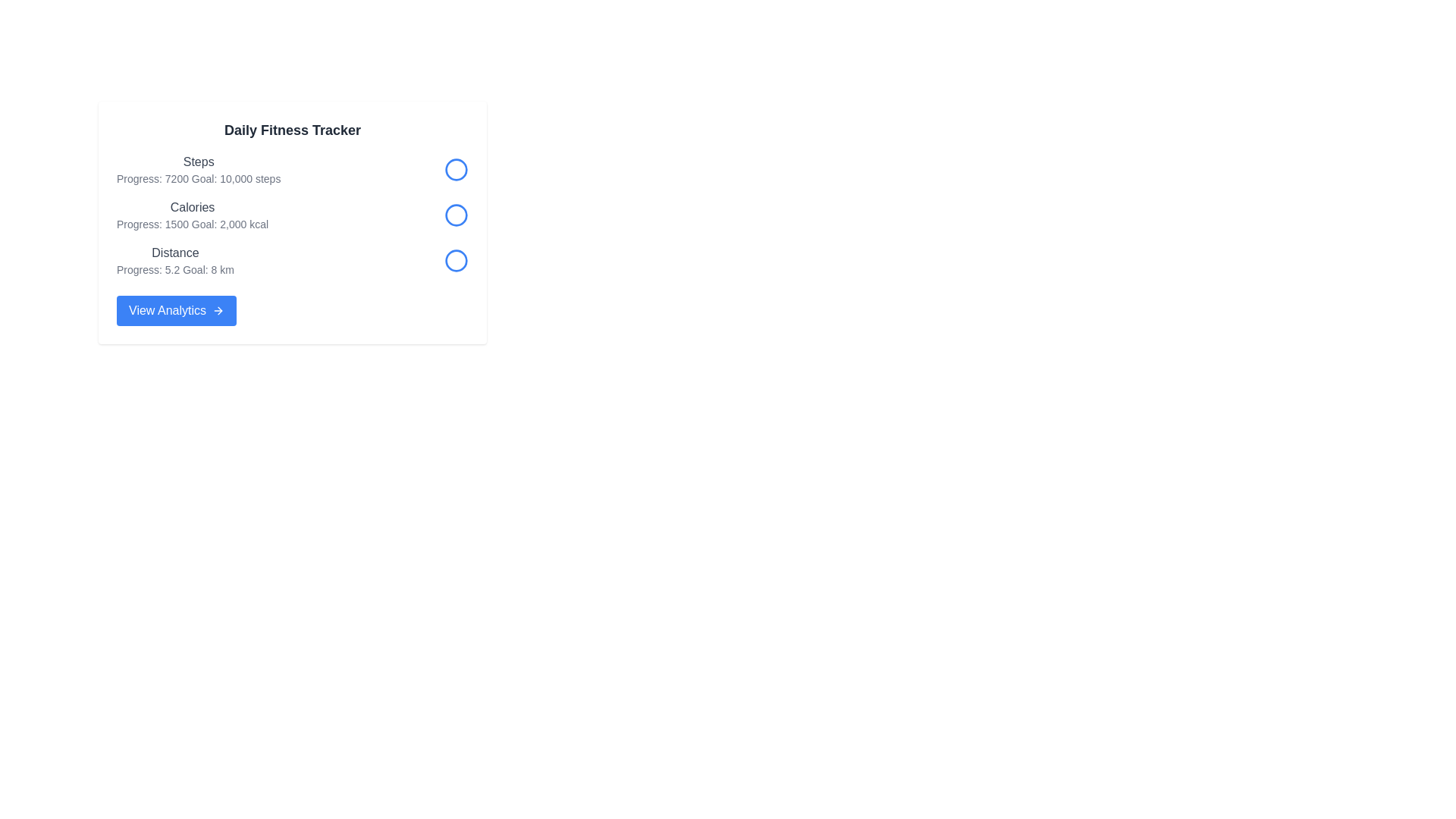 This screenshot has height=819, width=1456. What do you see at coordinates (192, 207) in the screenshot?
I see `the Text Label that categorizes calorie tracking, which displays 'Calories Progress: 1500 Goal: 2,000 kcal'` at bounding box center [192, 207].